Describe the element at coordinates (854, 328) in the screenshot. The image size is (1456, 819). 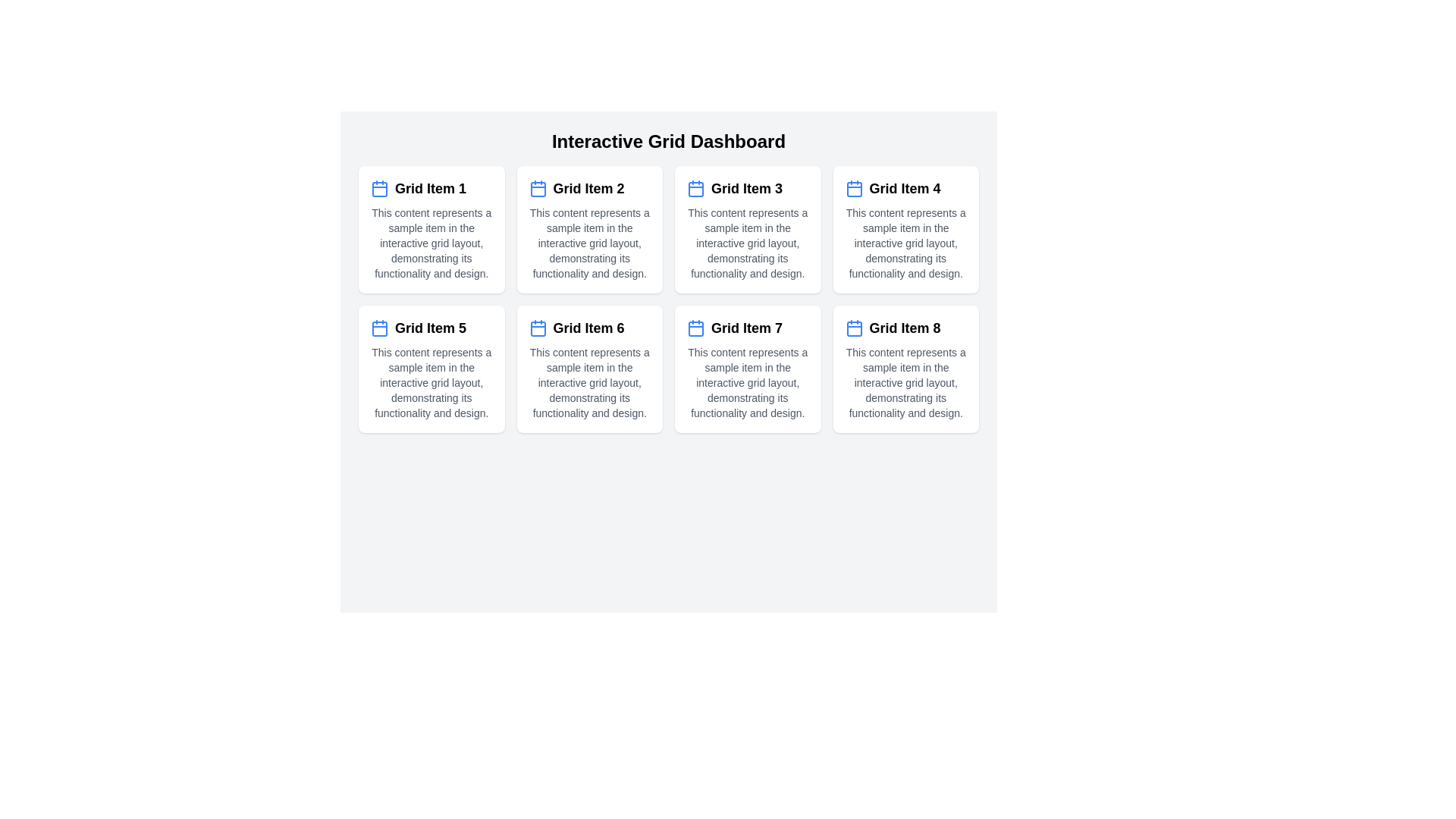
I see `inner rectangle of the calendar icon located within 'Grid Item 8' in the interactive grid dashboard using developer tools` at that location.